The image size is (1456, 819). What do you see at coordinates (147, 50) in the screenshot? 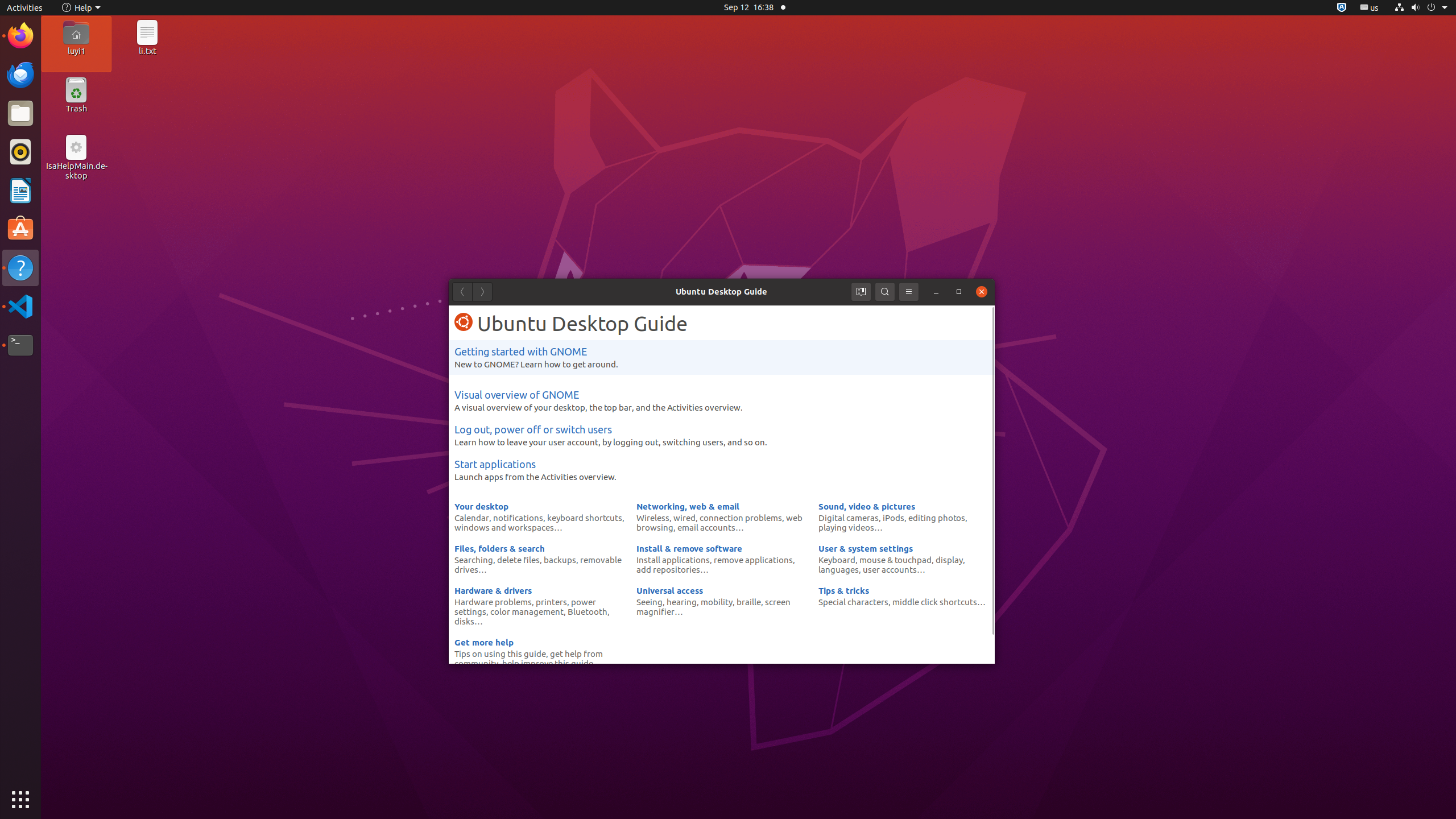
I see `'li.txt'` at bounding box center [147, 50].